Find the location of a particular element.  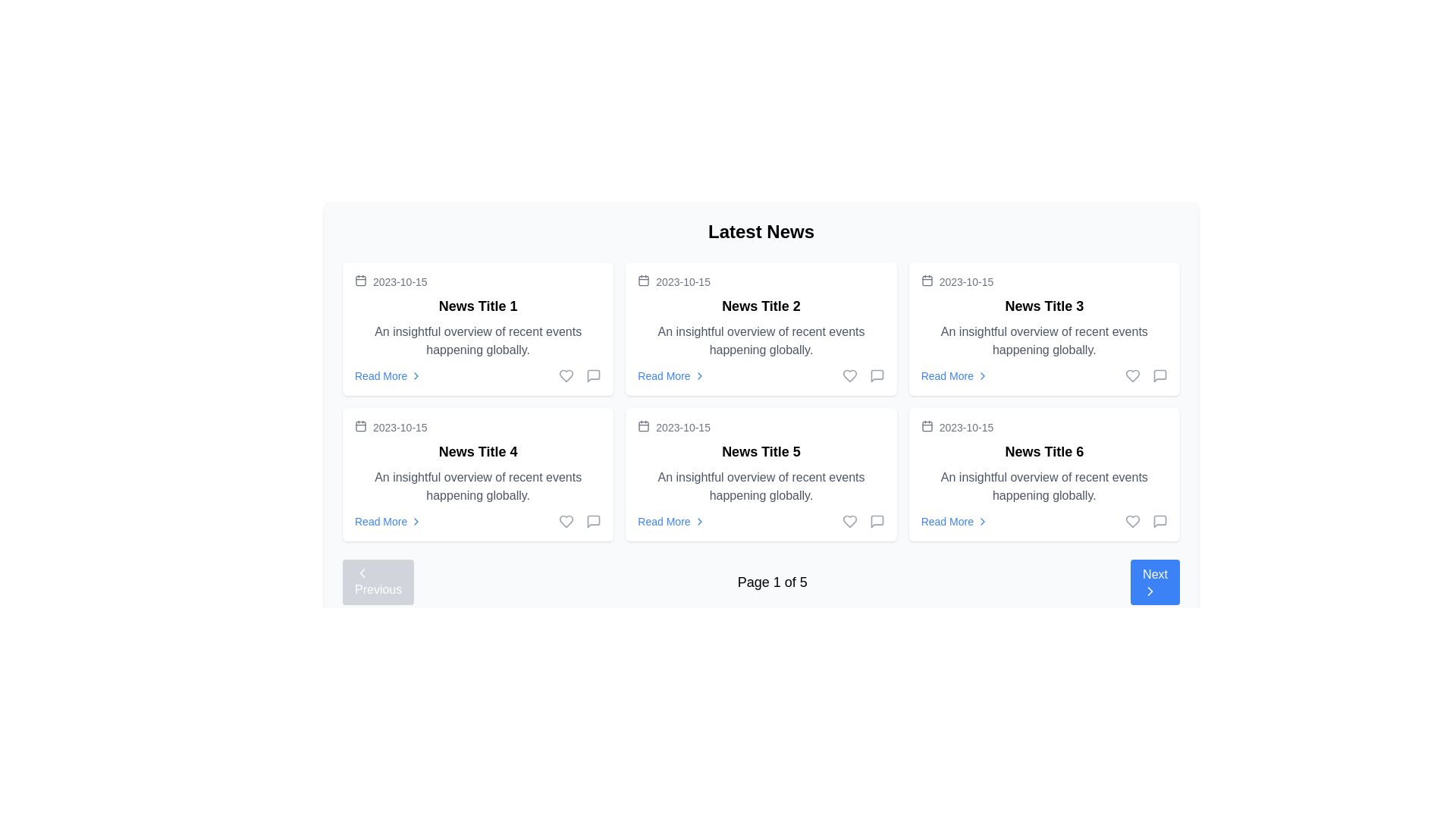

the date icon located at the top-left of the card titled 'News Title 1', which enhances the visual clarity of the date '2023-10-15' is located at coordinates (359, 426).